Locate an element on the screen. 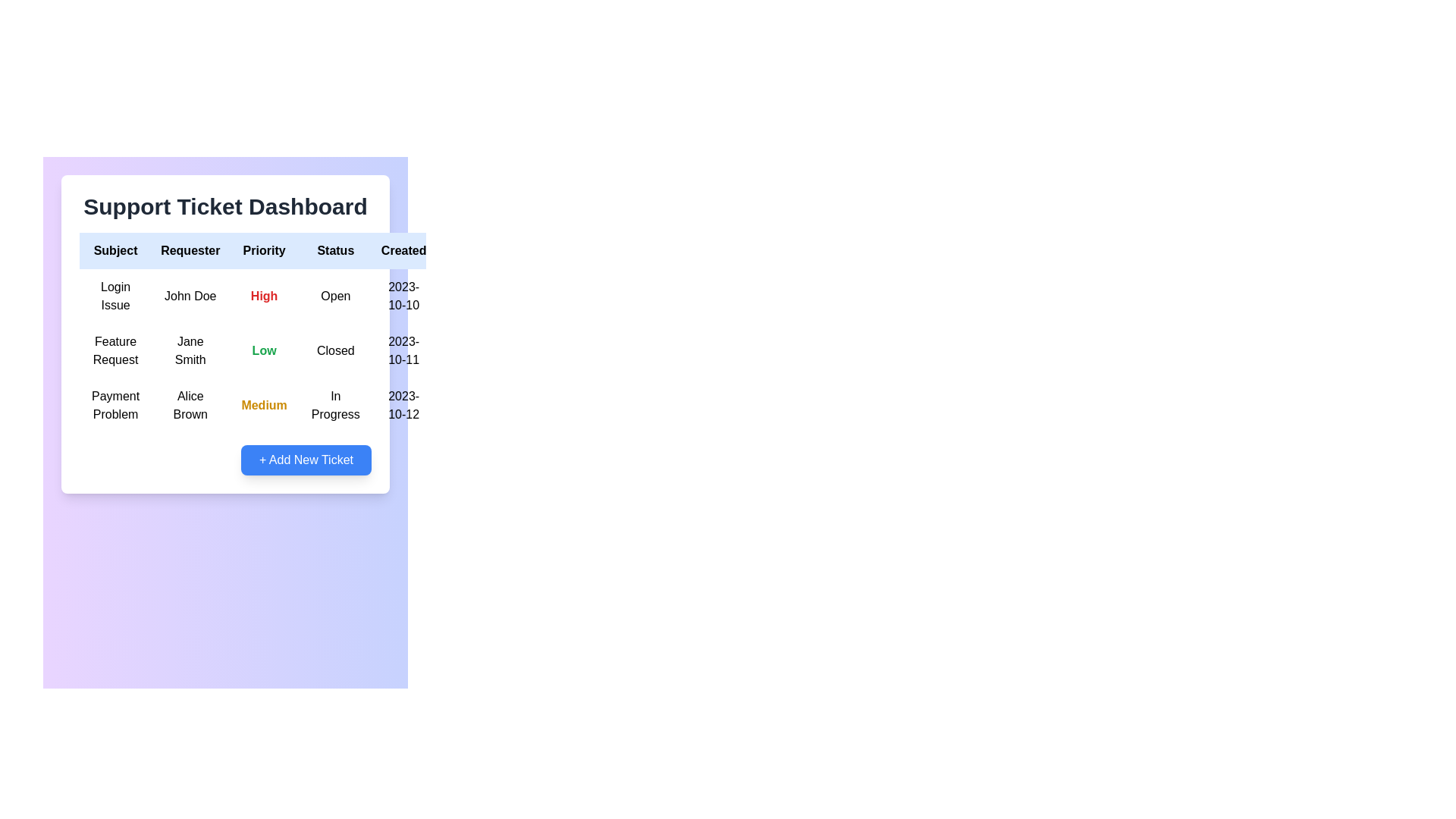 The width and height of the screenshot is (1456, 819). the 'Low' priority text label in the support ticket table, which is the third element in the row for the ticket titled 'Feature Request' is located at coordinates (264, 350).